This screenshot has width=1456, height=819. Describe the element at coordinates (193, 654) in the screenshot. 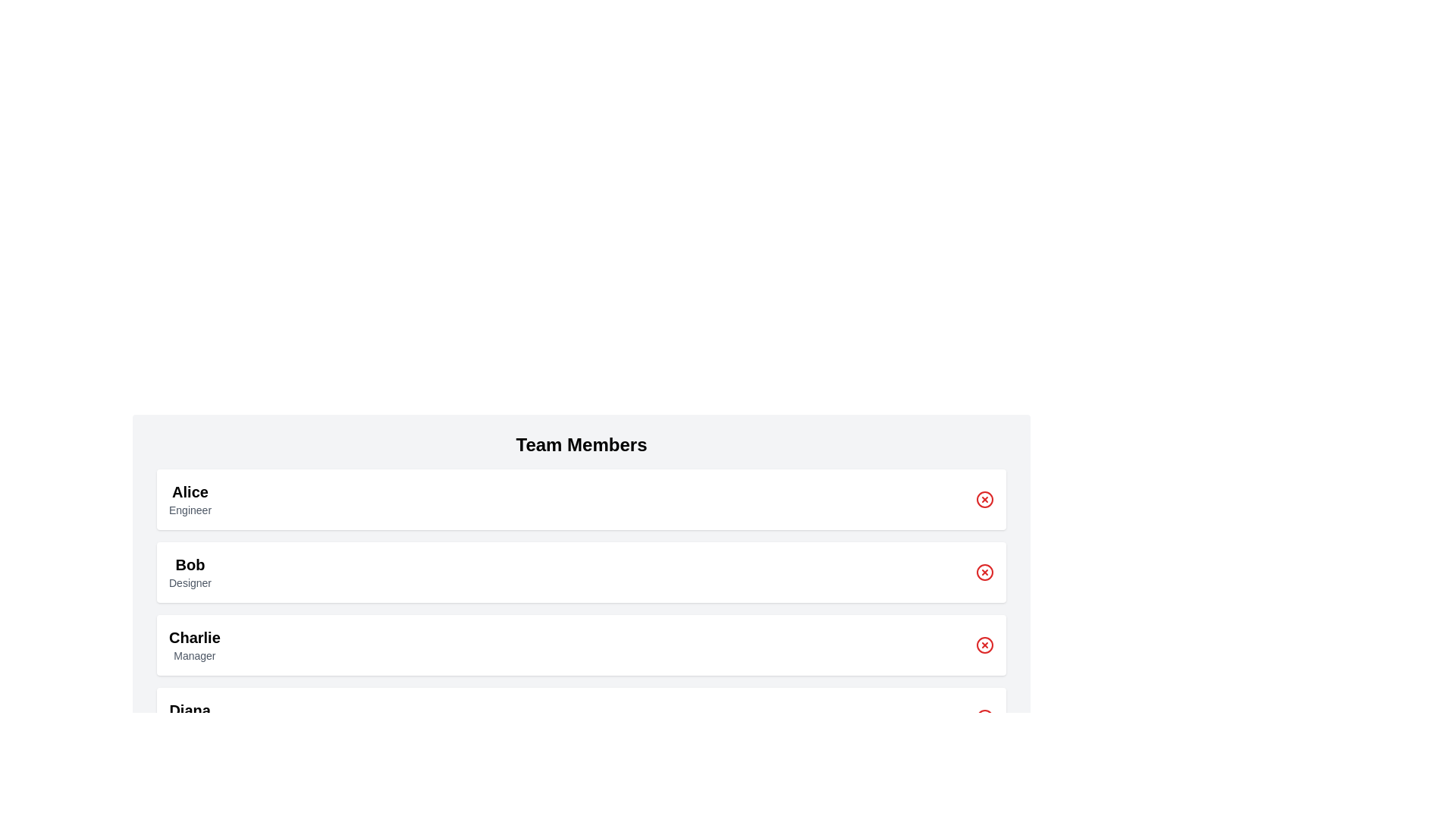

I see `the Text Label displaying 'Manager' which is styled in gray and positioned under 'Charlie' in the Team Members list` at that location.